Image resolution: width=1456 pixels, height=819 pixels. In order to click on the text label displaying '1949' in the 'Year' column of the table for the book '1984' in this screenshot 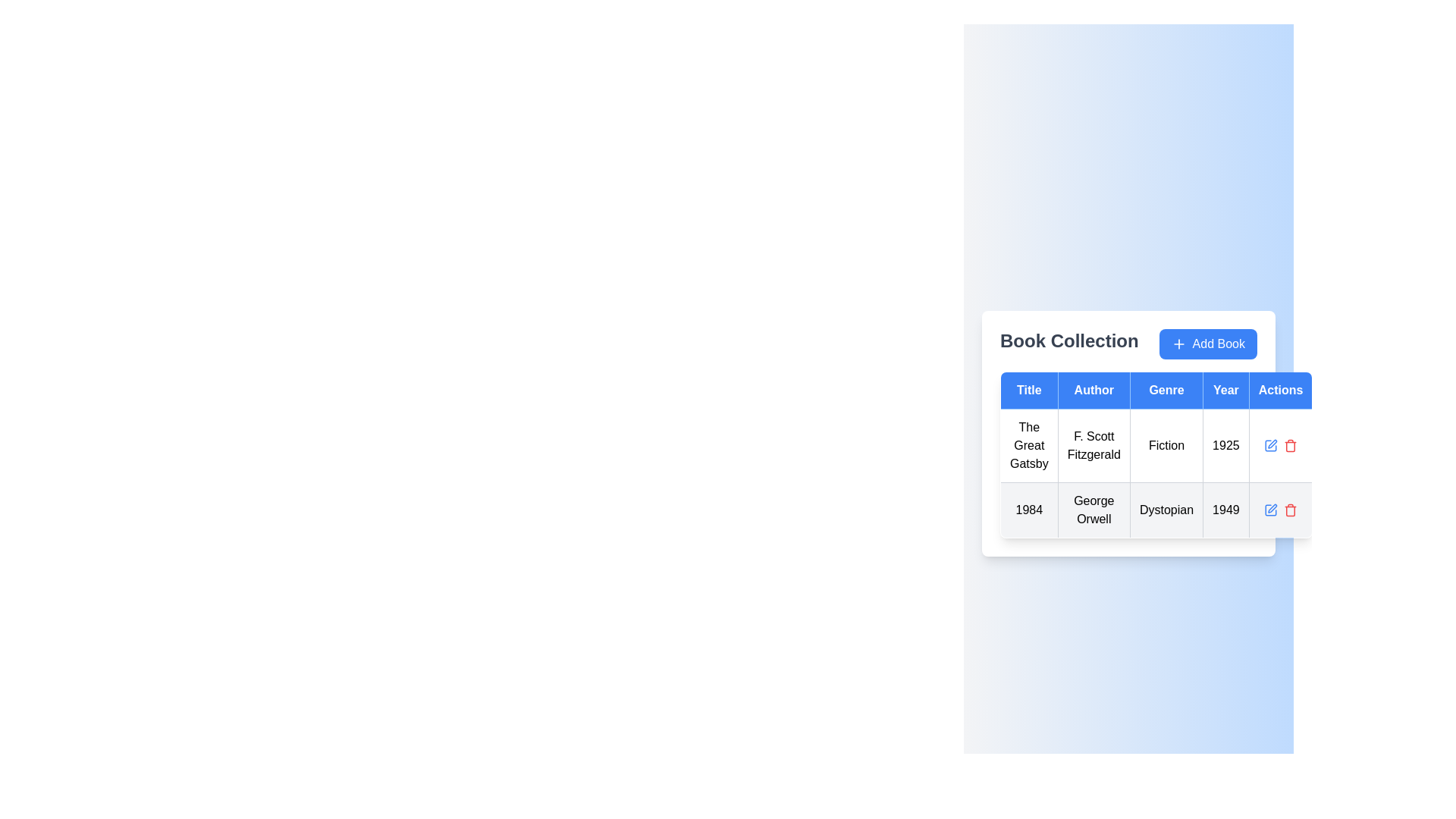, I will do `click(1225, 510)`.